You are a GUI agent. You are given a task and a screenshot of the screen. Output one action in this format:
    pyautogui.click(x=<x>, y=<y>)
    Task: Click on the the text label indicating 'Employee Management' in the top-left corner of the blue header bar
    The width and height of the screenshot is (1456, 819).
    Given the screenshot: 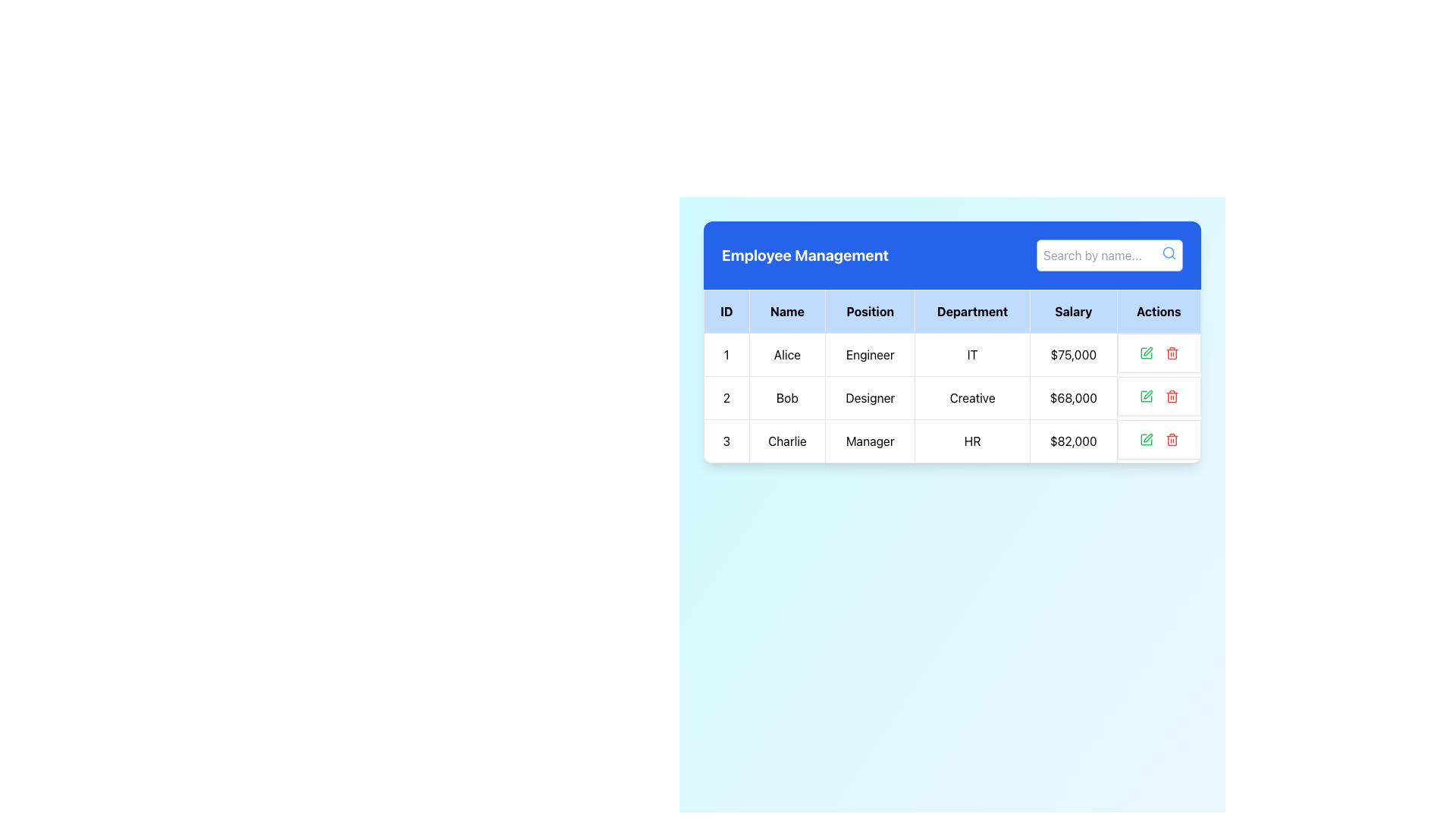 What is the action you would take?
    pyautogui.click(x=804, y=254)
    